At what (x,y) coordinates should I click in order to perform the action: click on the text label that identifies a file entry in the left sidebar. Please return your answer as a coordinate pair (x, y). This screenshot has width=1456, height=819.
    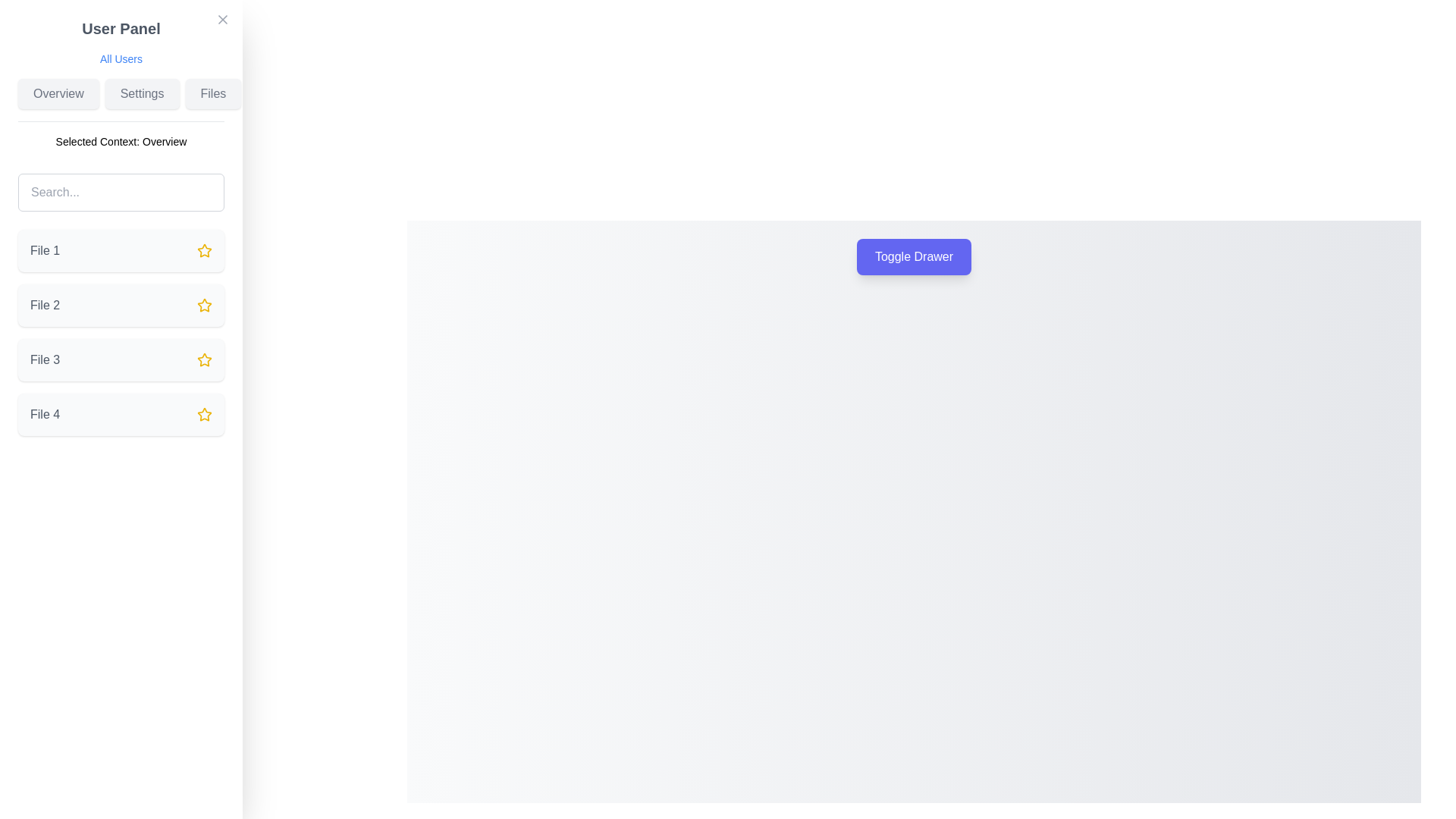
    Looking at the image, I should click on (45, 415).